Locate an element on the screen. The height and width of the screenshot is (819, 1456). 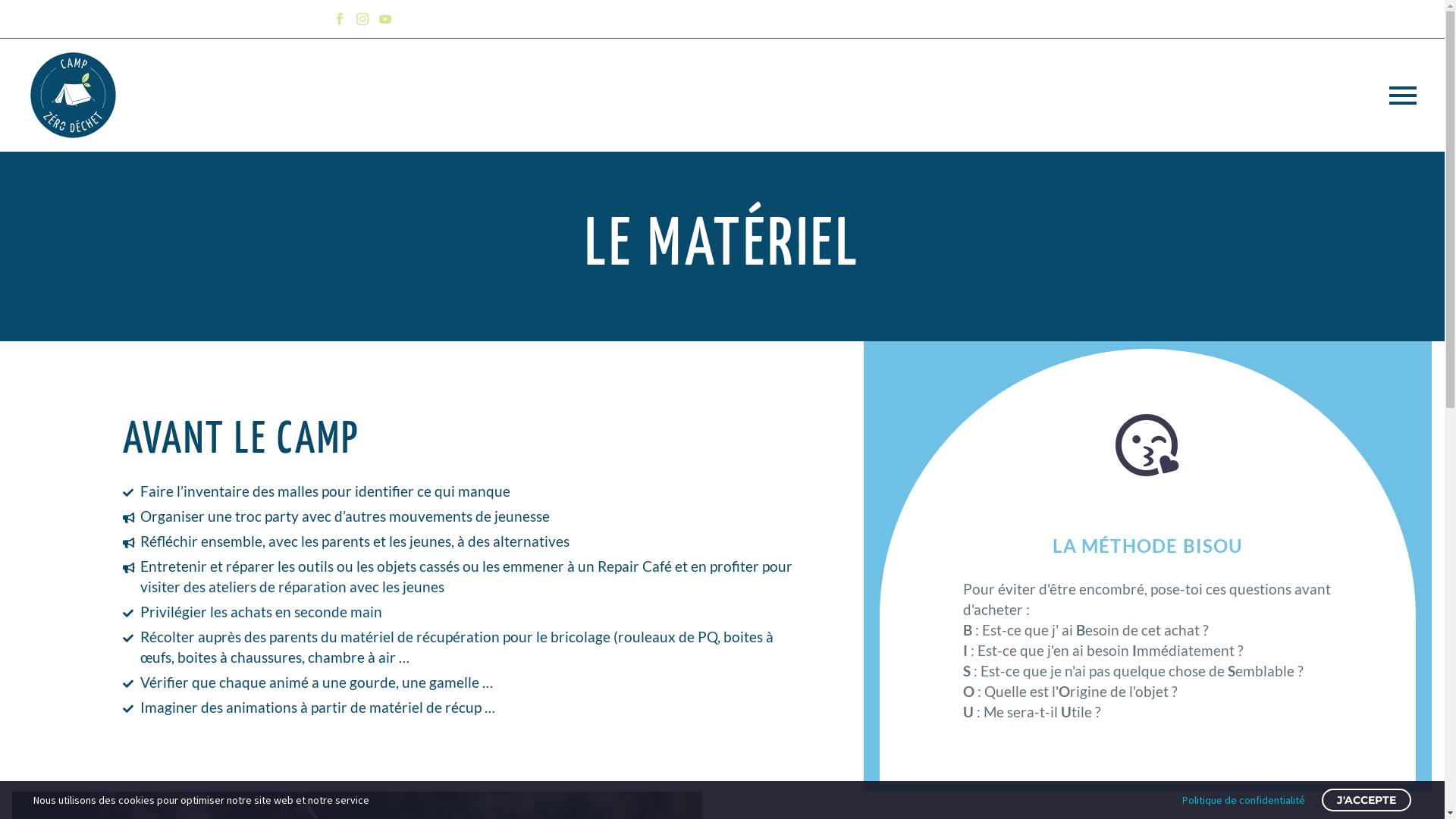
'Instagram' is located at coordinates (360, 18).